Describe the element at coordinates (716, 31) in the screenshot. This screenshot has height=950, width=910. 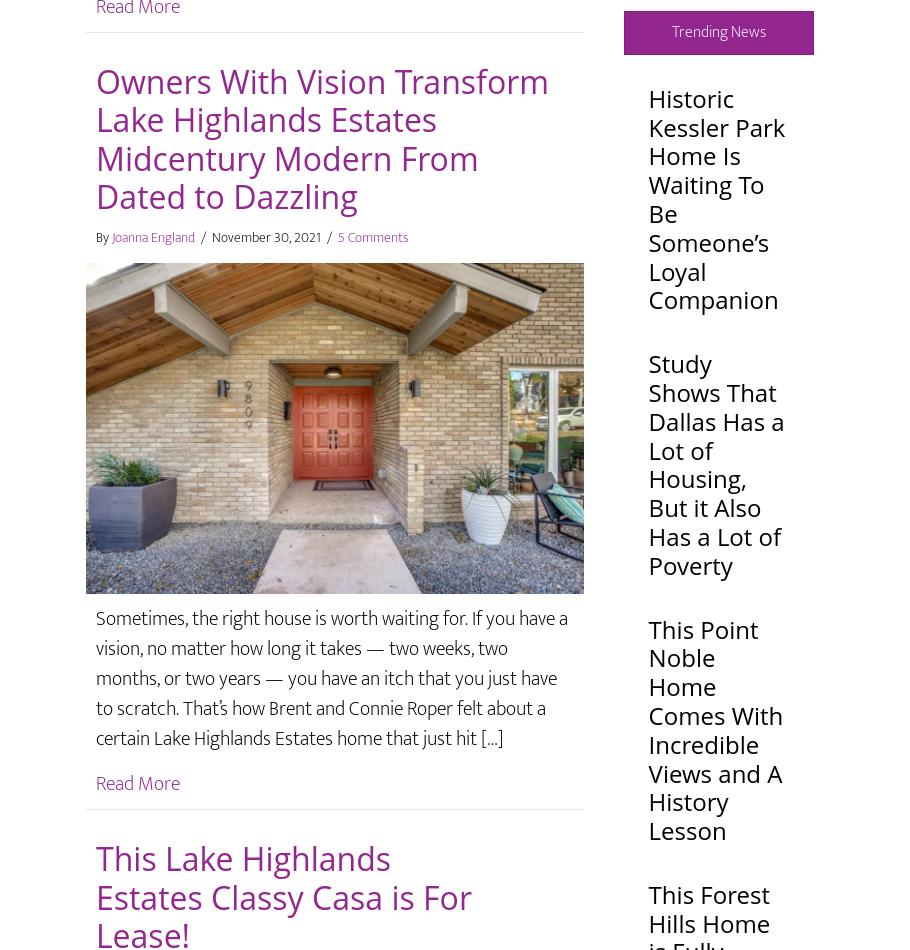
I see `'Trending News'` at that location.